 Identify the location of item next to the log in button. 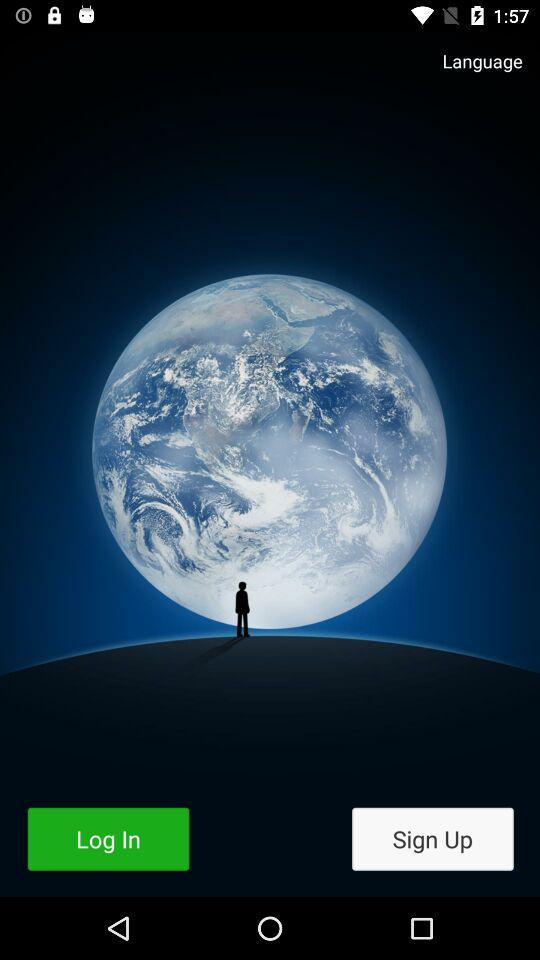
(431, 839).